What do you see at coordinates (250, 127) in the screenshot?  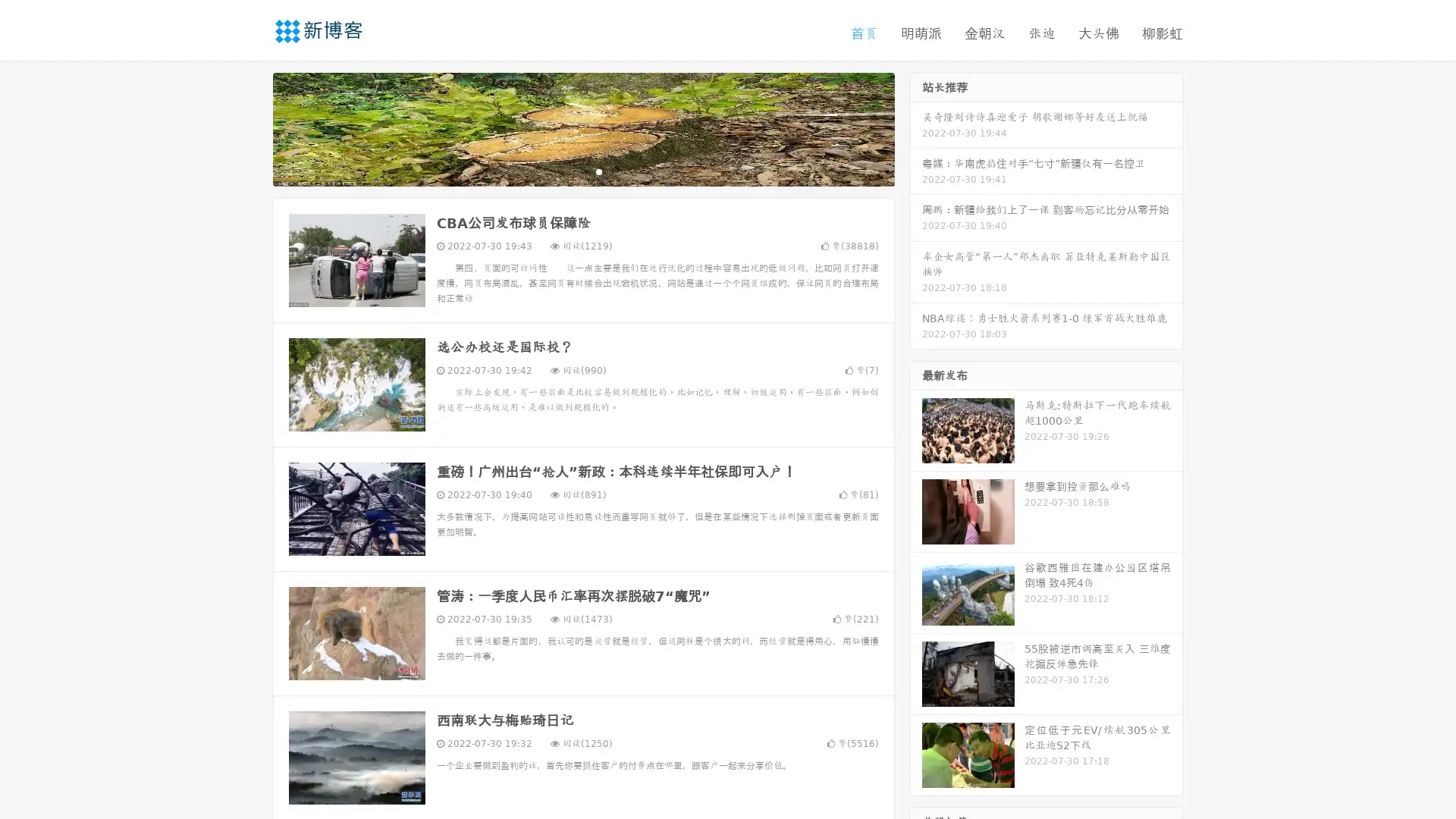 I see `Previous slide` at bounding box center [250, 127].